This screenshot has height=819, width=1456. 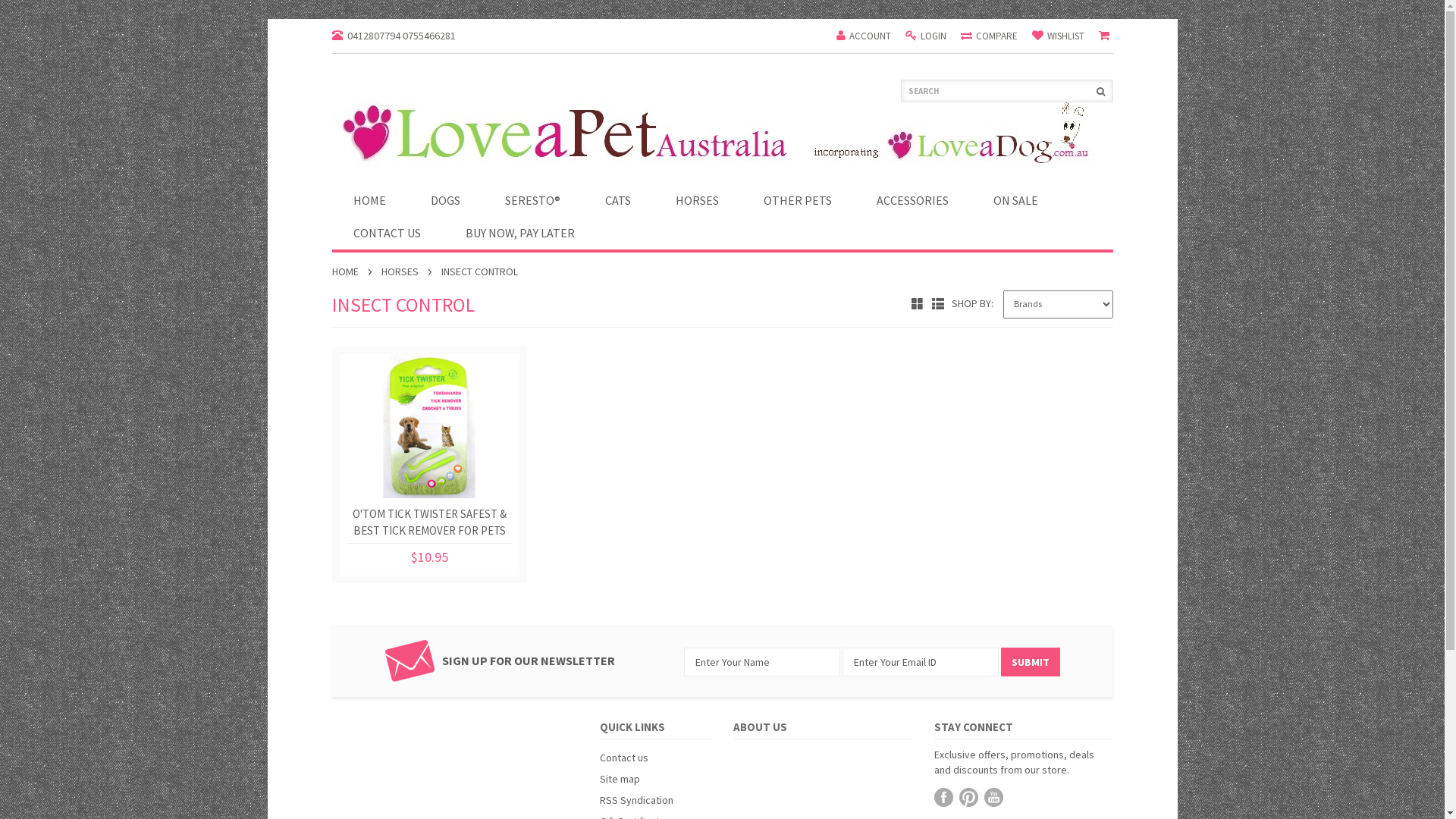 I want to click on 'LOGIN', so click(x=924, y=35).